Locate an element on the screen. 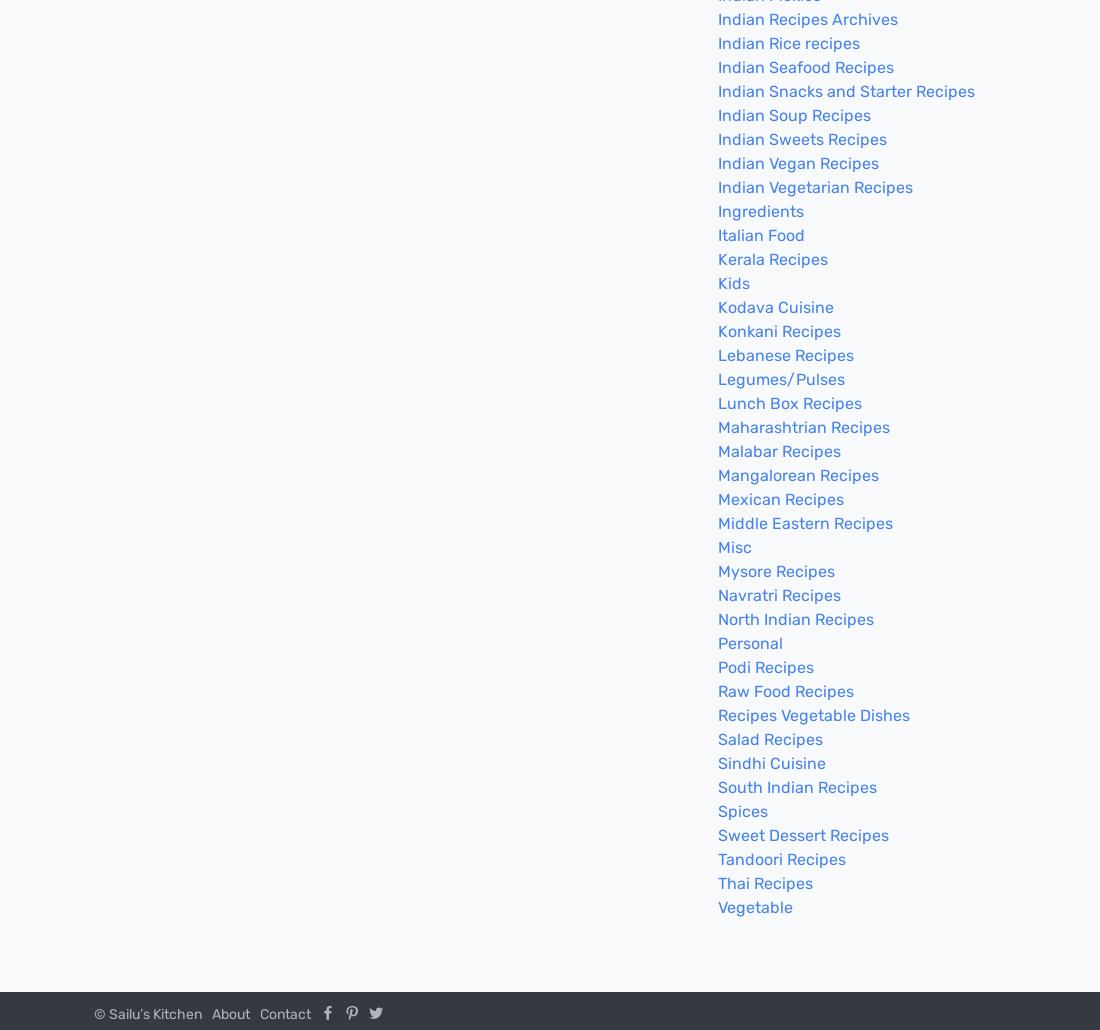 Image resolution: width=1100 pixels, height=1030 pixels. 'Legumes/Pulses' is located at coordinates (781, 379).